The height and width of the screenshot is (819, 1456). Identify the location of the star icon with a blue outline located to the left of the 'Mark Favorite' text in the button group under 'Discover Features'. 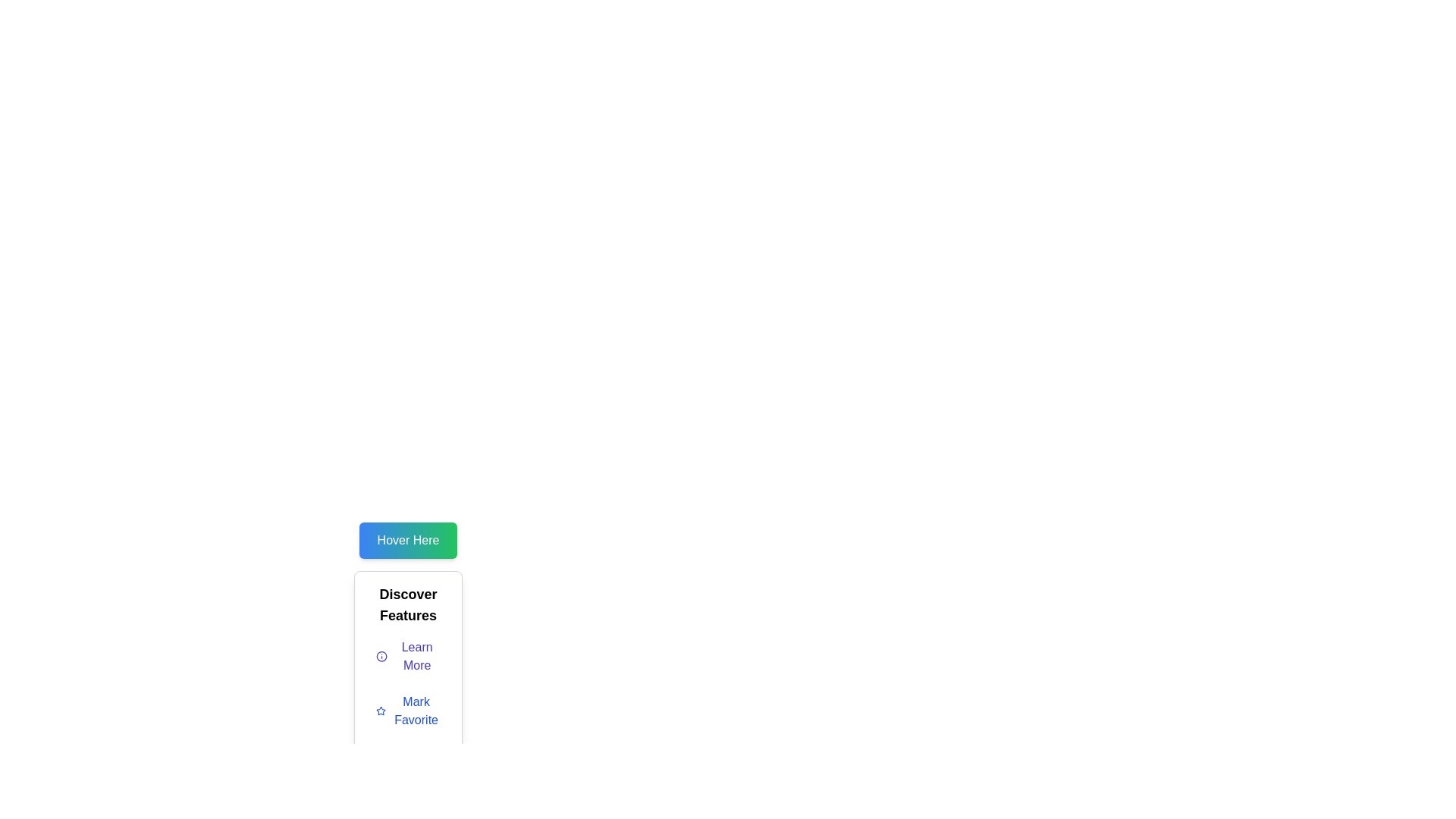
(381, 711).